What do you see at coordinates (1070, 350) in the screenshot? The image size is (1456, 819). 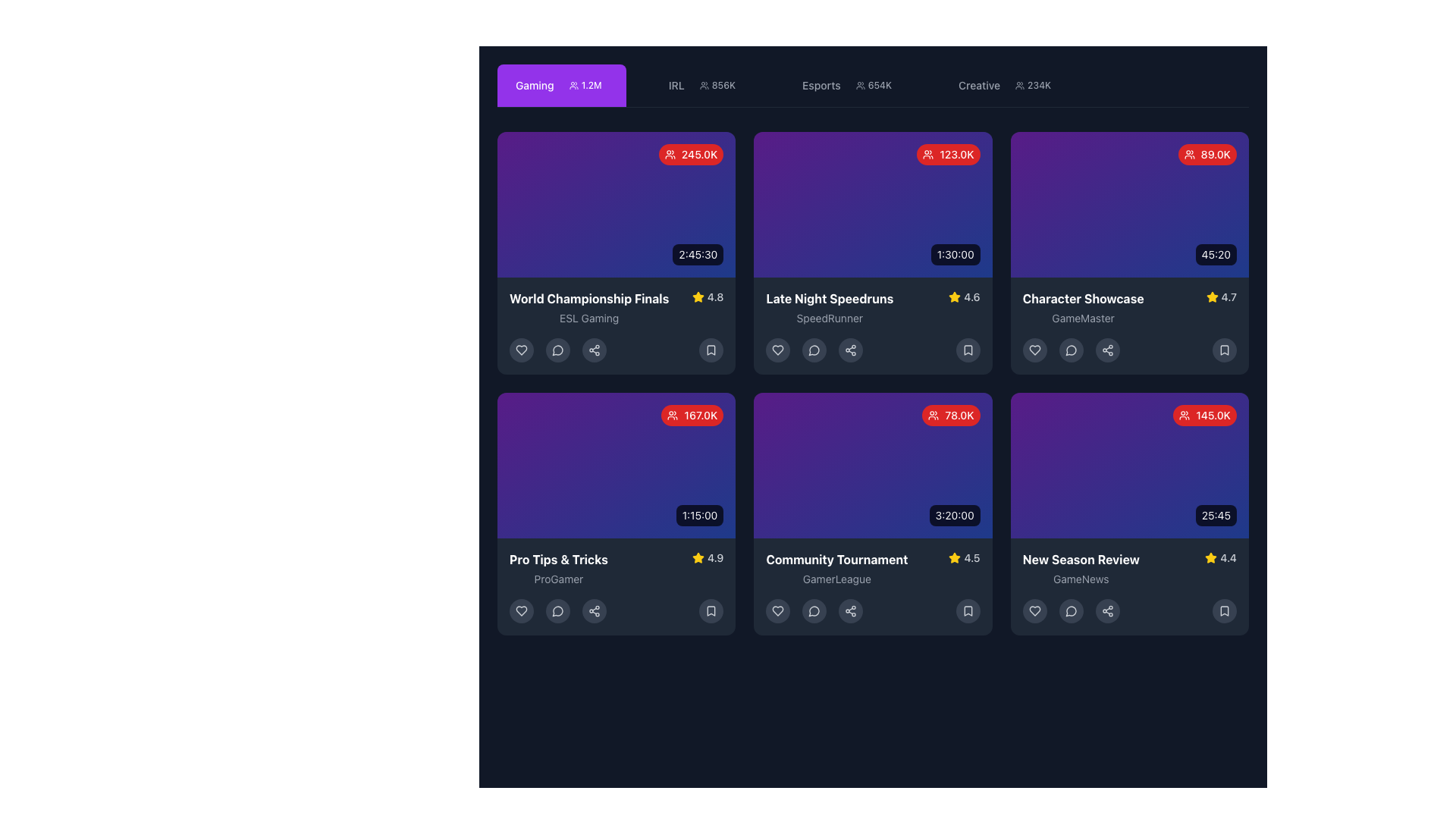 I see `the commenting button located in the footer of the 'Character Showcase' card, positioned between the heart icon and the share icon, to observe the hover effect` at bounding box center [1070, 350].